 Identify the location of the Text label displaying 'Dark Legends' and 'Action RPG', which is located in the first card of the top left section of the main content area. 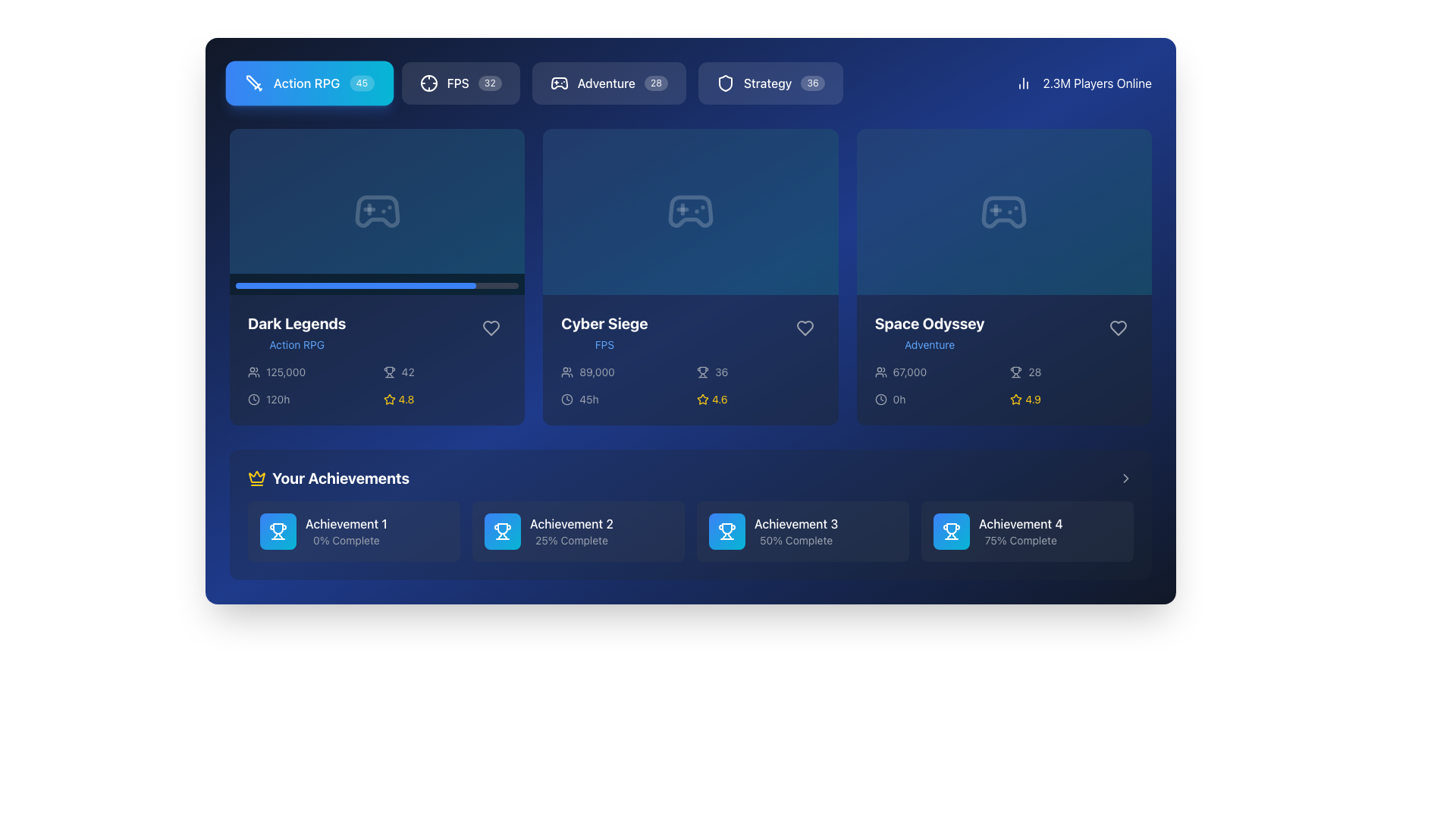
(297, 332).